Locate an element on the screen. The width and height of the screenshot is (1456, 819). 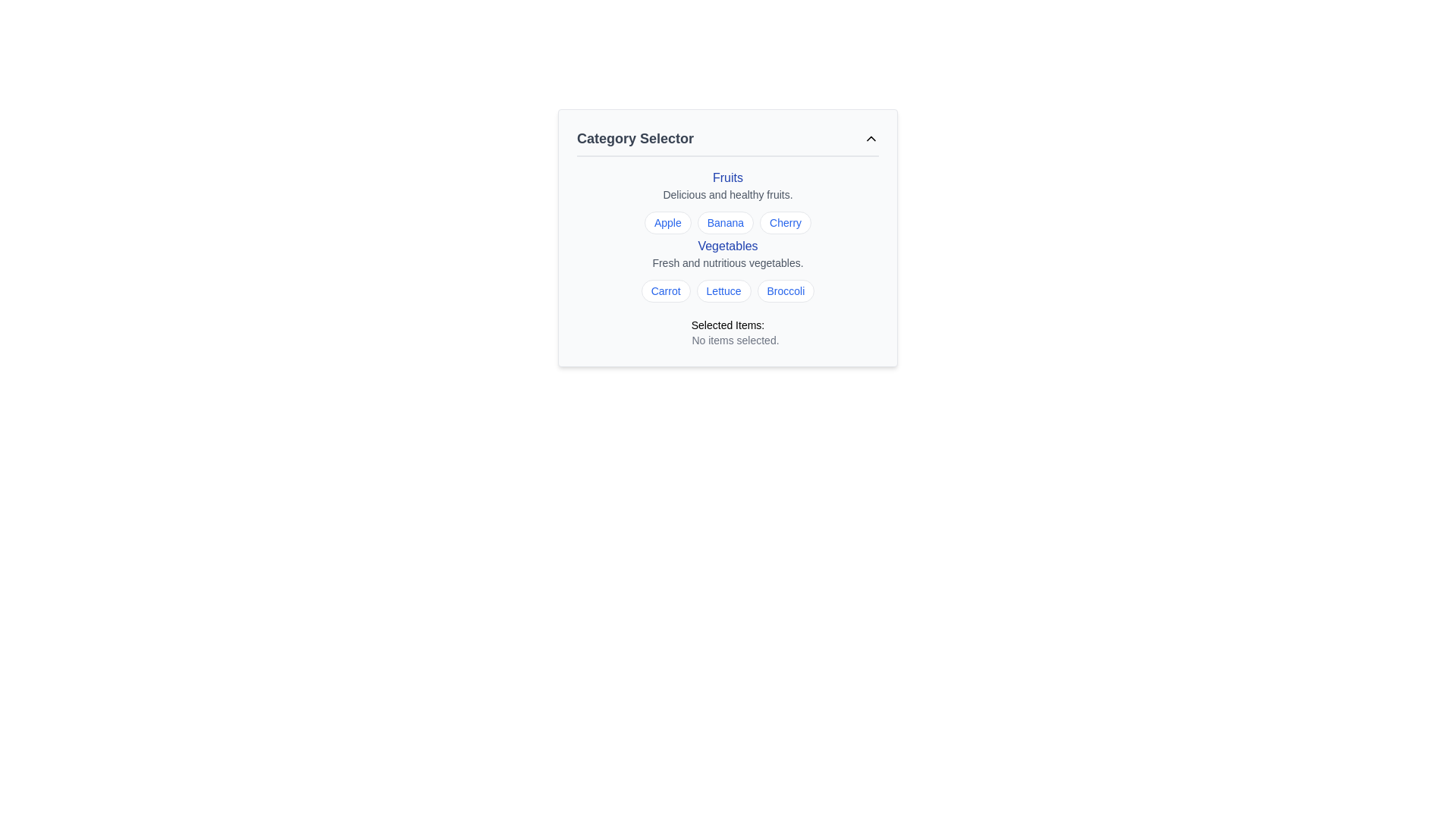
the Categorized selectable list element located within the 'Category Selector' card is located at coordinates (728, 237).